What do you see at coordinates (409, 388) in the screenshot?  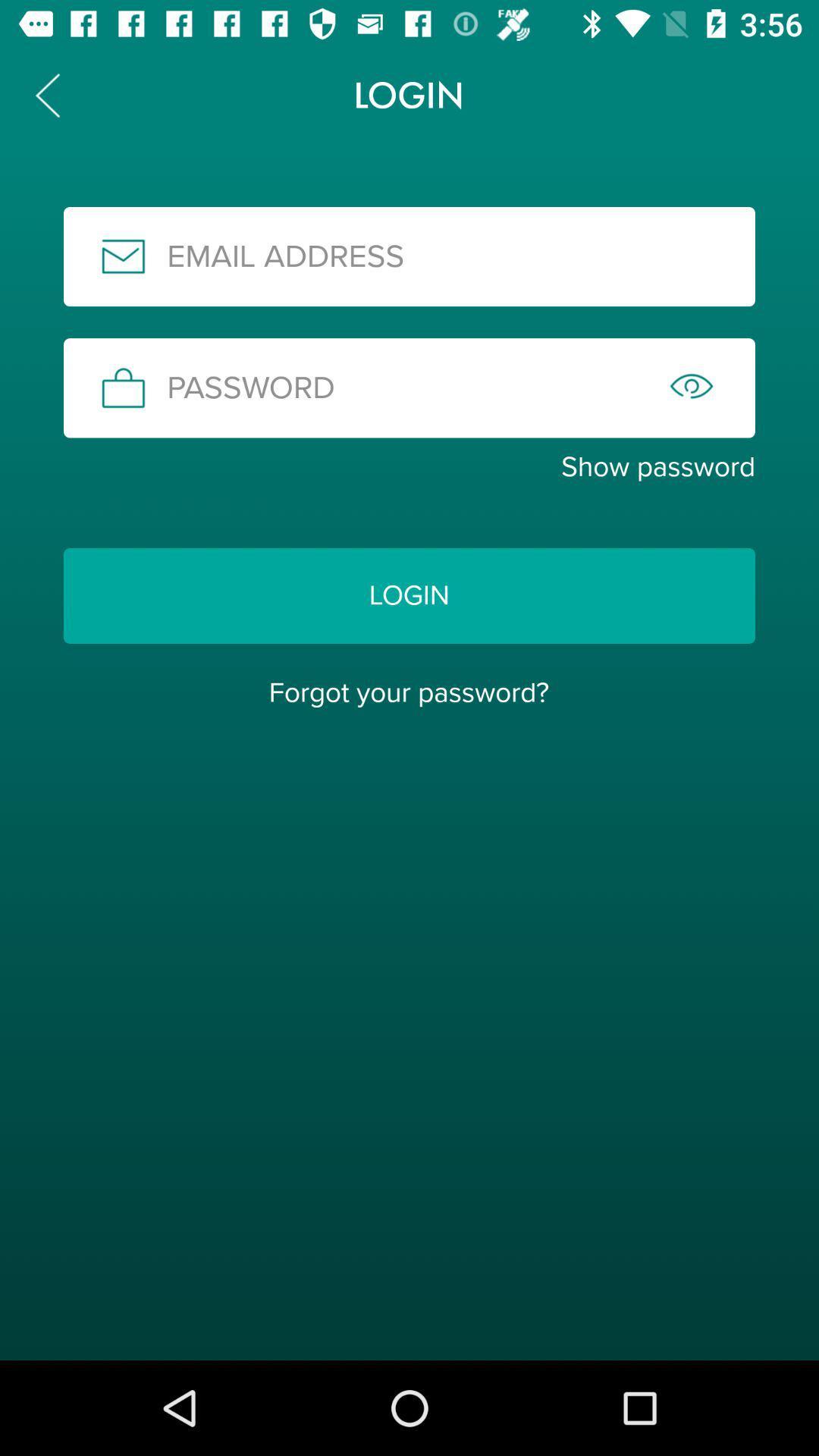 I see `password` at bounding box center [409, 388].